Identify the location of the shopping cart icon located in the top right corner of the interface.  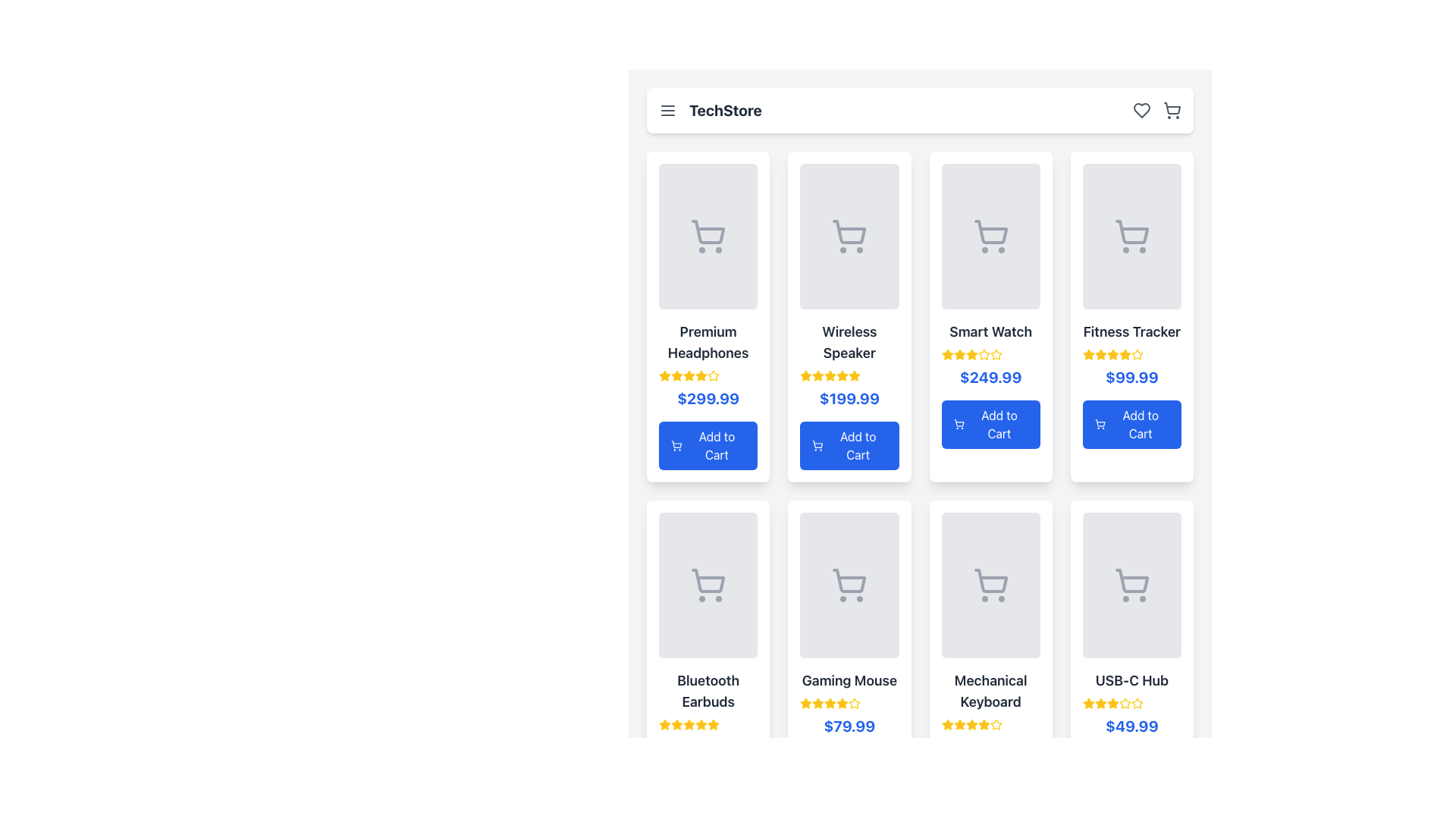
(1171, 108).